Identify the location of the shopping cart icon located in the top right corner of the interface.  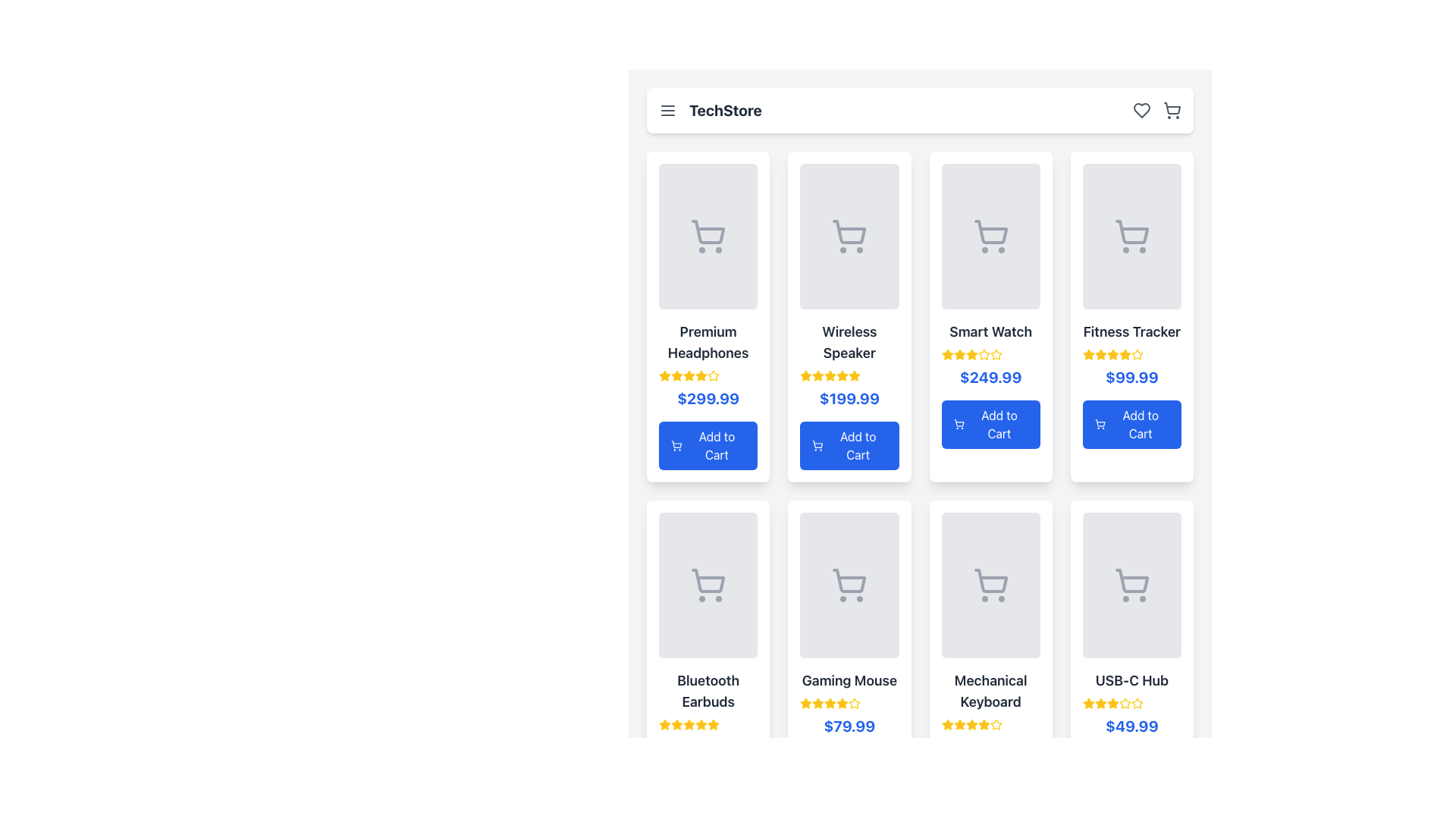
(1171, 108).